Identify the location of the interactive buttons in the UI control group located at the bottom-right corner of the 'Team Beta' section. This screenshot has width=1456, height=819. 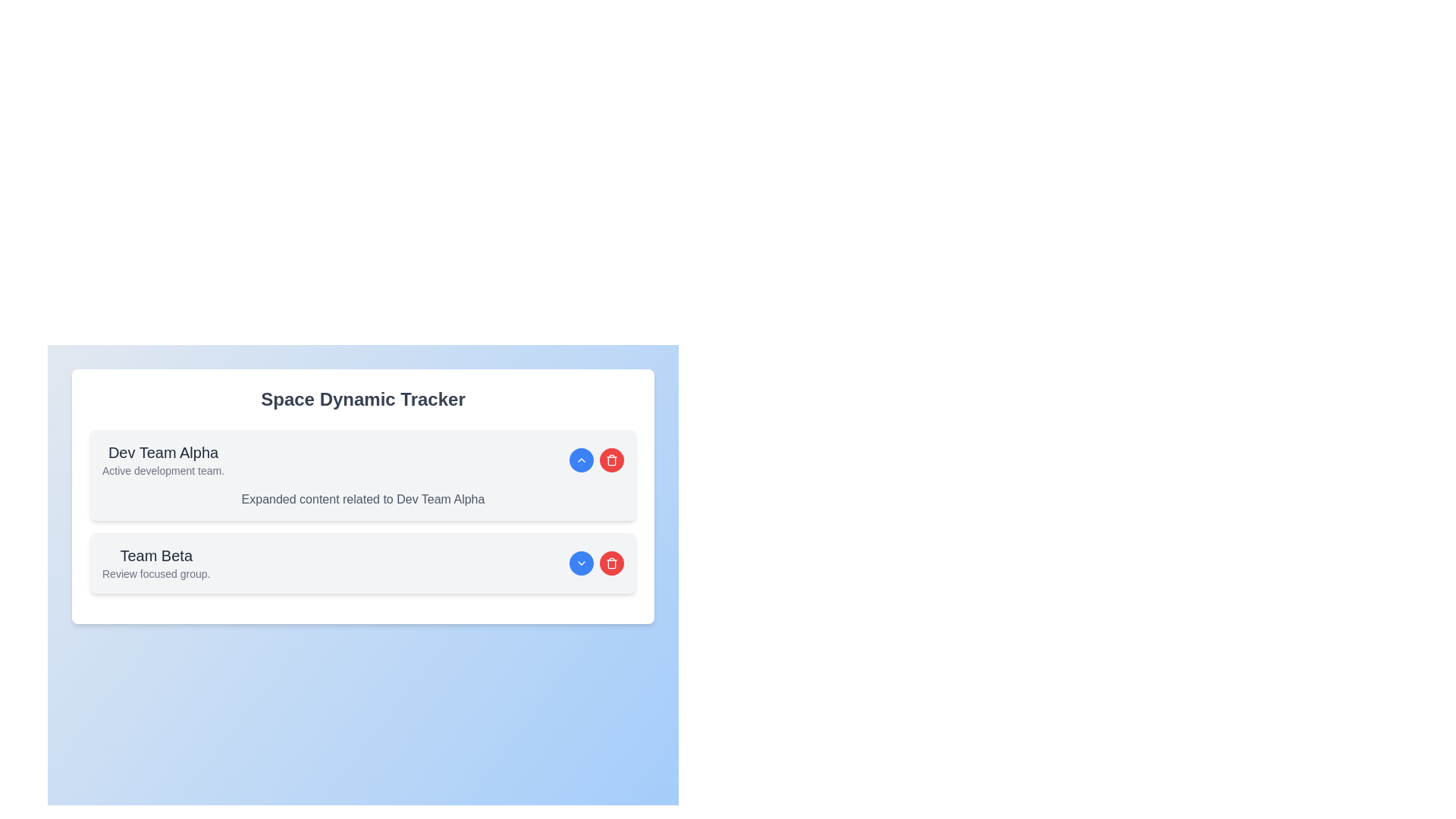
(596, 563).